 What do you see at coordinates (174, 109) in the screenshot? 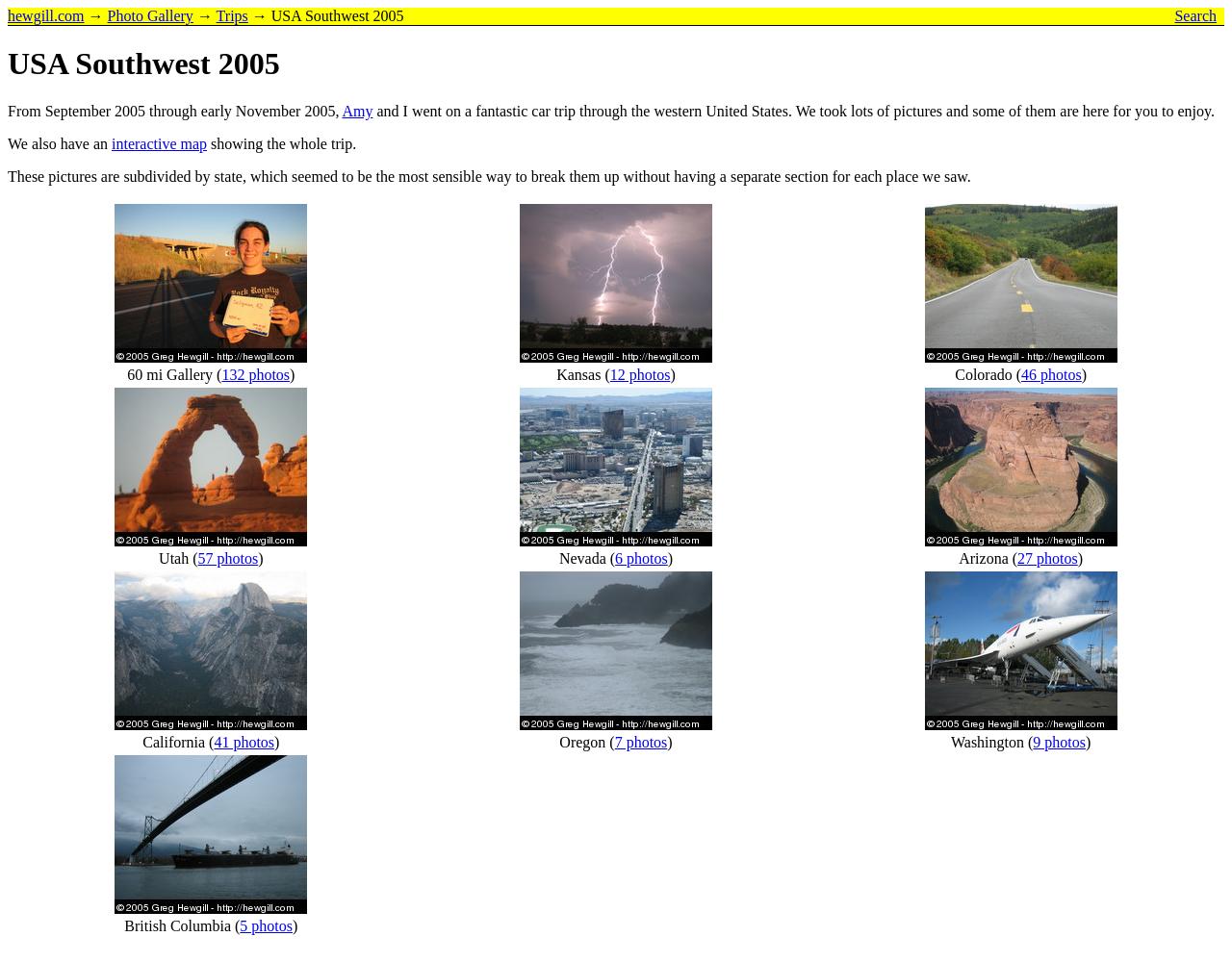
I see `'From September 2005 through early November 2005,'` at bounding box center [174, 109].